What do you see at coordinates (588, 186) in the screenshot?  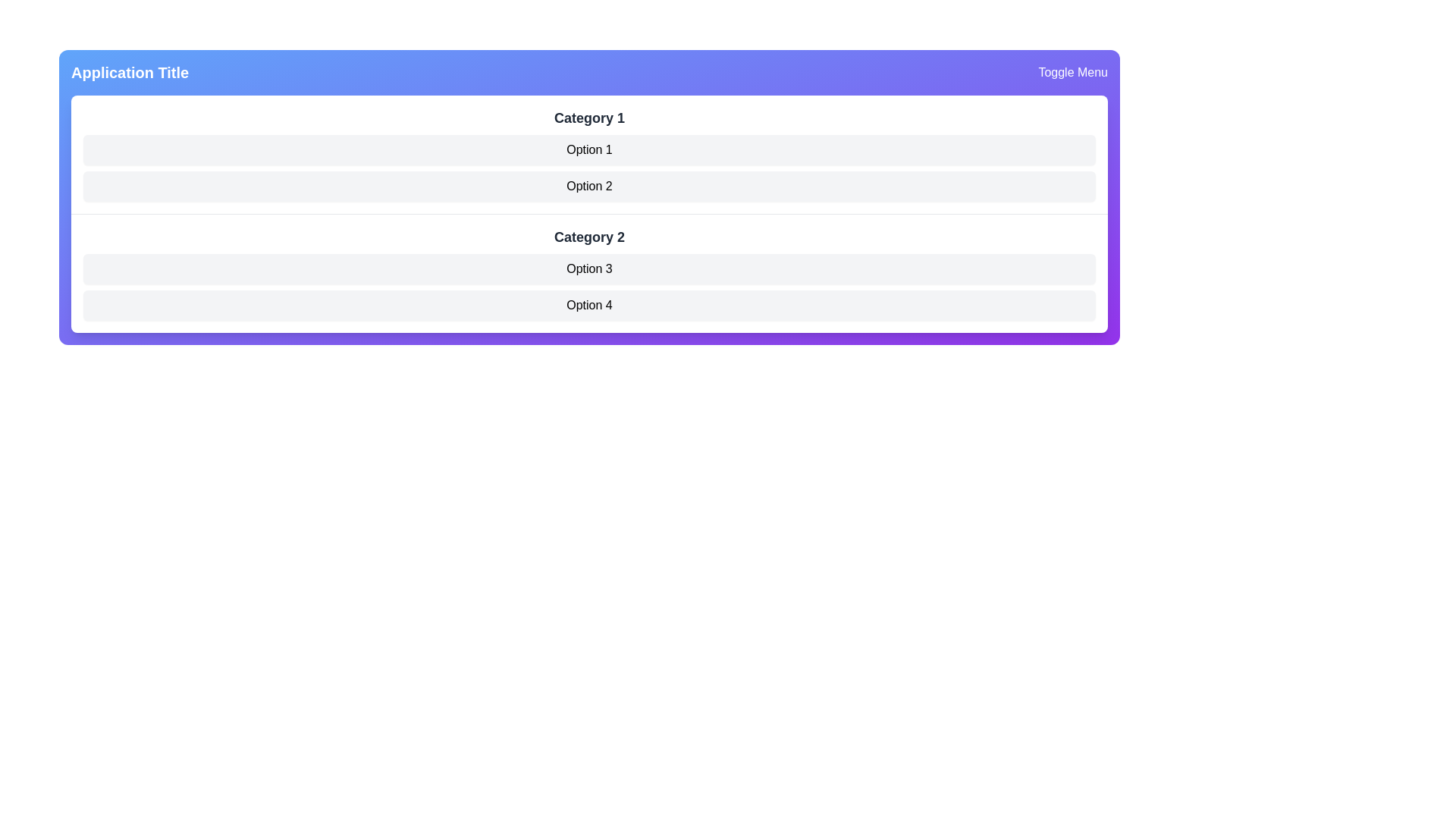 I see `the button labeled 'Option 2', which is the second button in a vertical list under the 'Category 1' heading` at bounding box center [588, 186].